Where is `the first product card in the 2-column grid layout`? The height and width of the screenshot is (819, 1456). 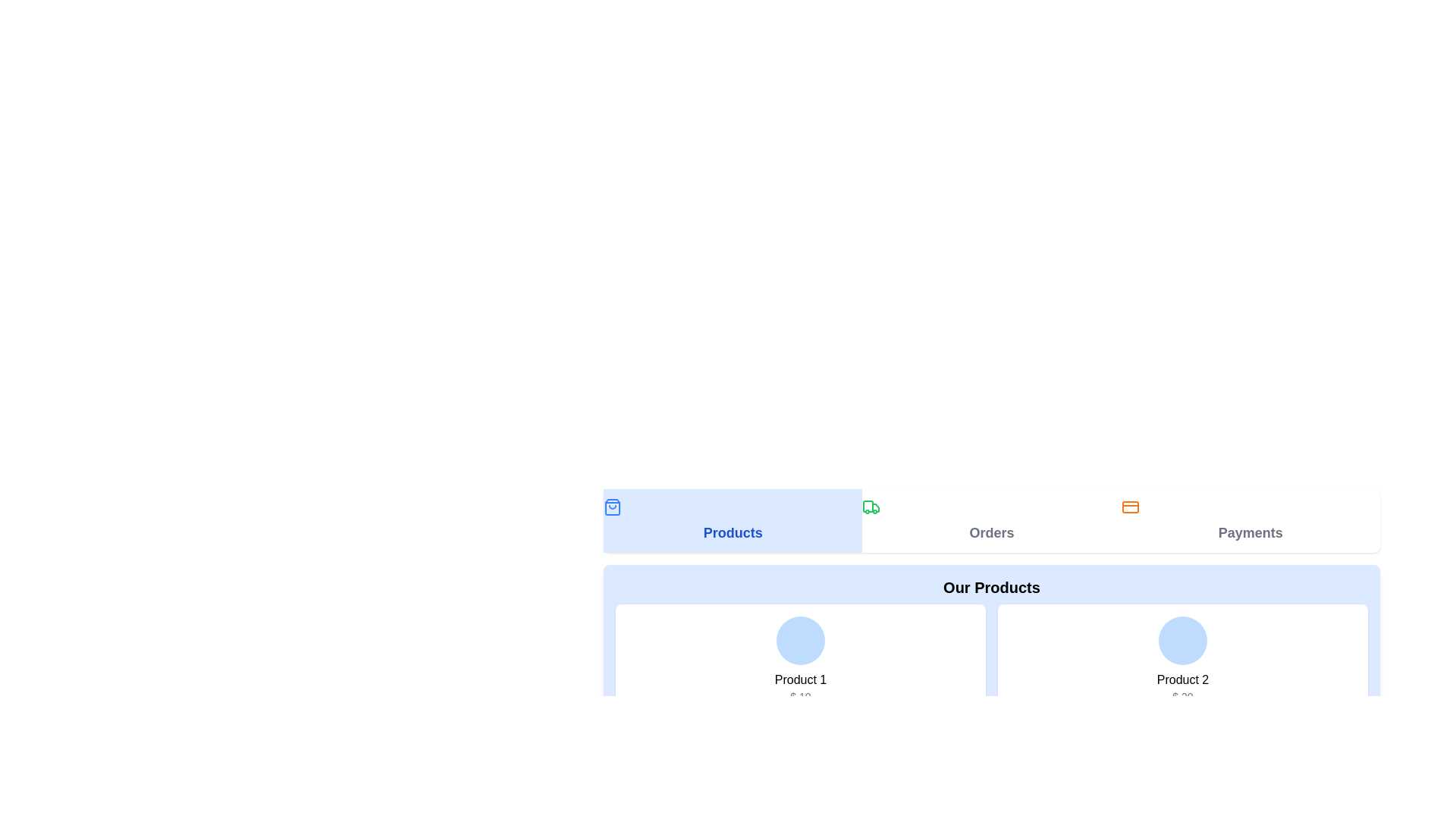
the first product card in the 2-column grid layout is located at coordinates (800, 660).